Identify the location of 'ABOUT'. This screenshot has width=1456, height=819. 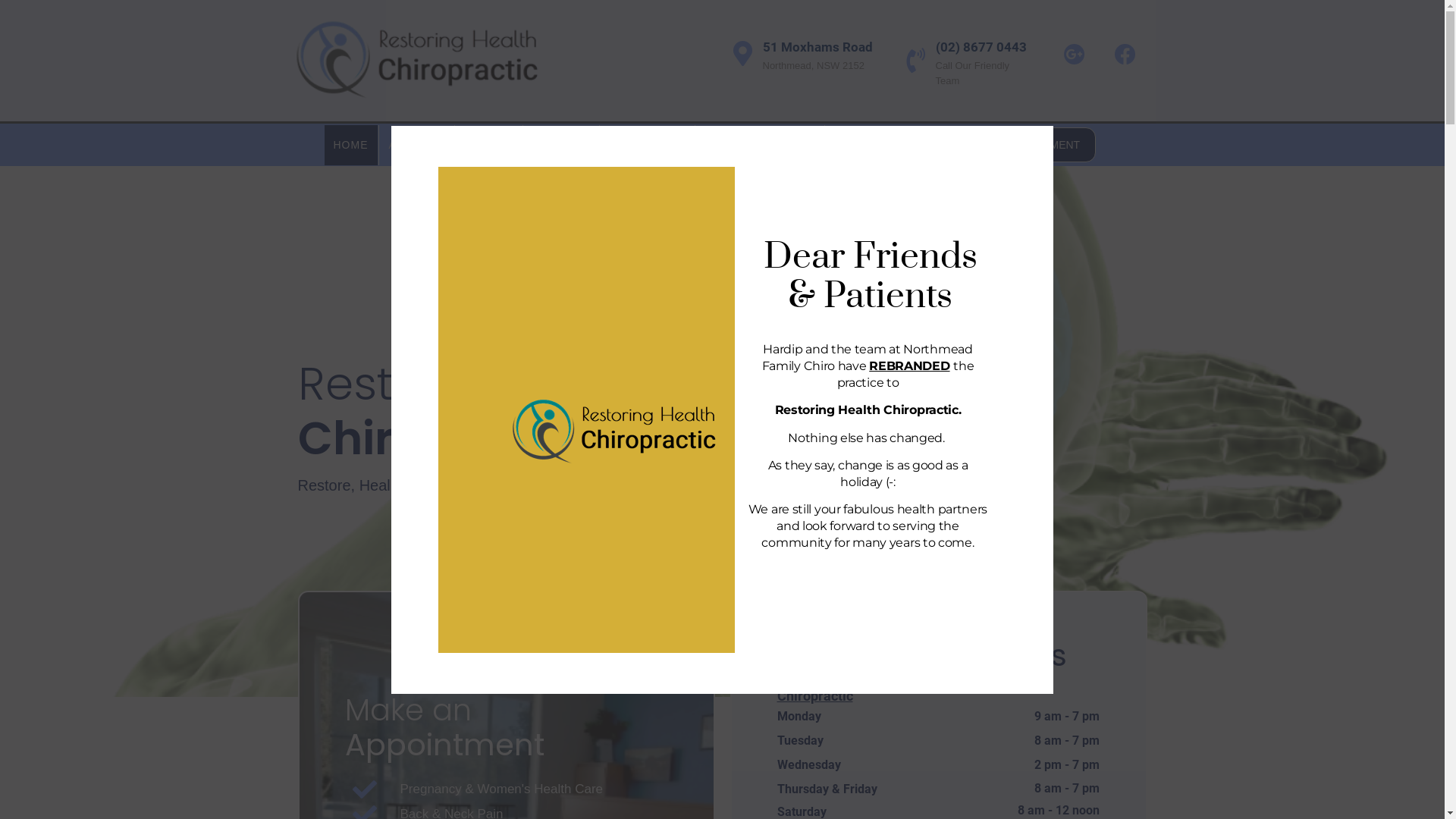
(416, 144).